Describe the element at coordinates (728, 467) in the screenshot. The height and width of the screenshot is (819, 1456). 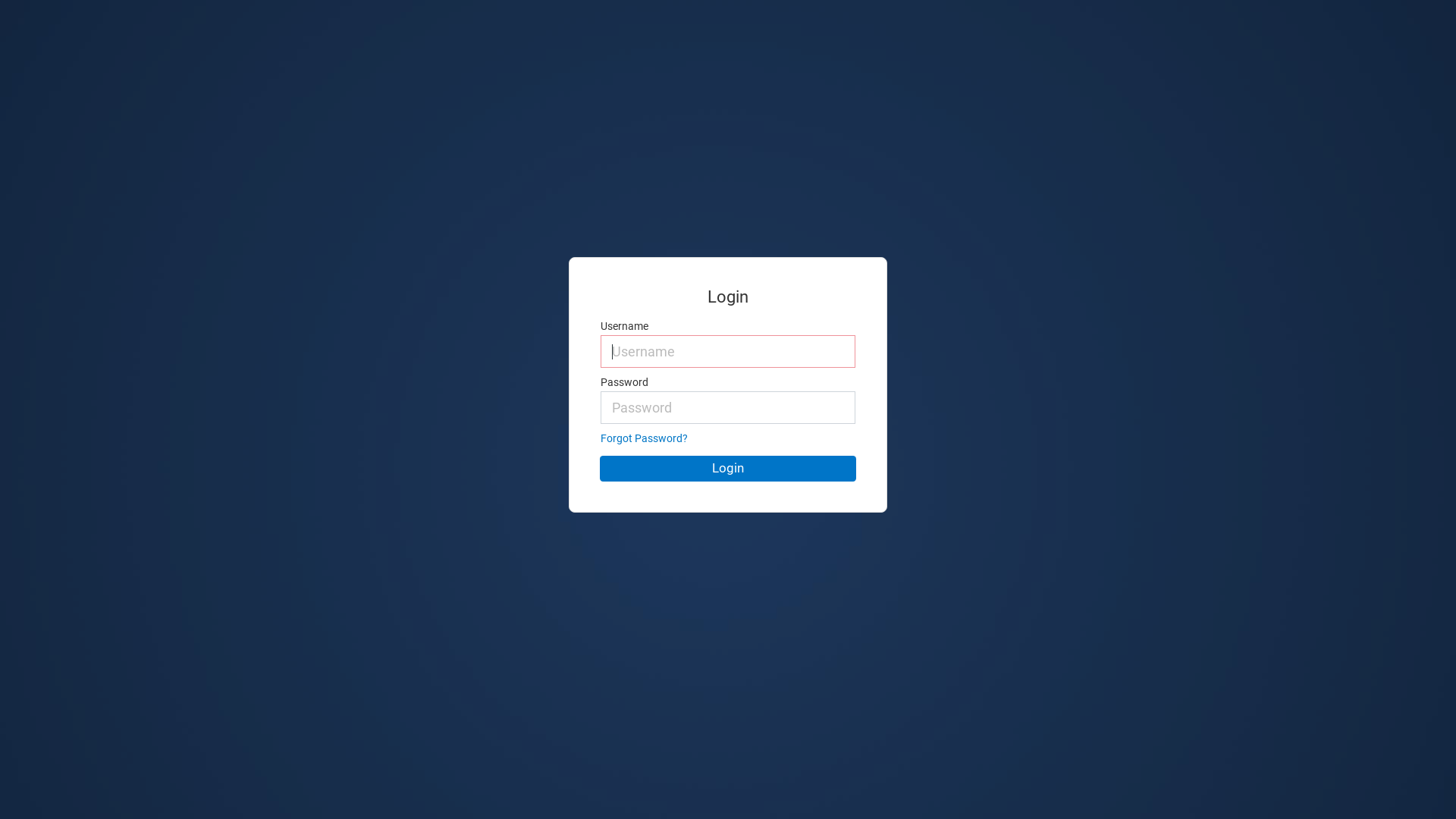
I see `'Login'` at that location.